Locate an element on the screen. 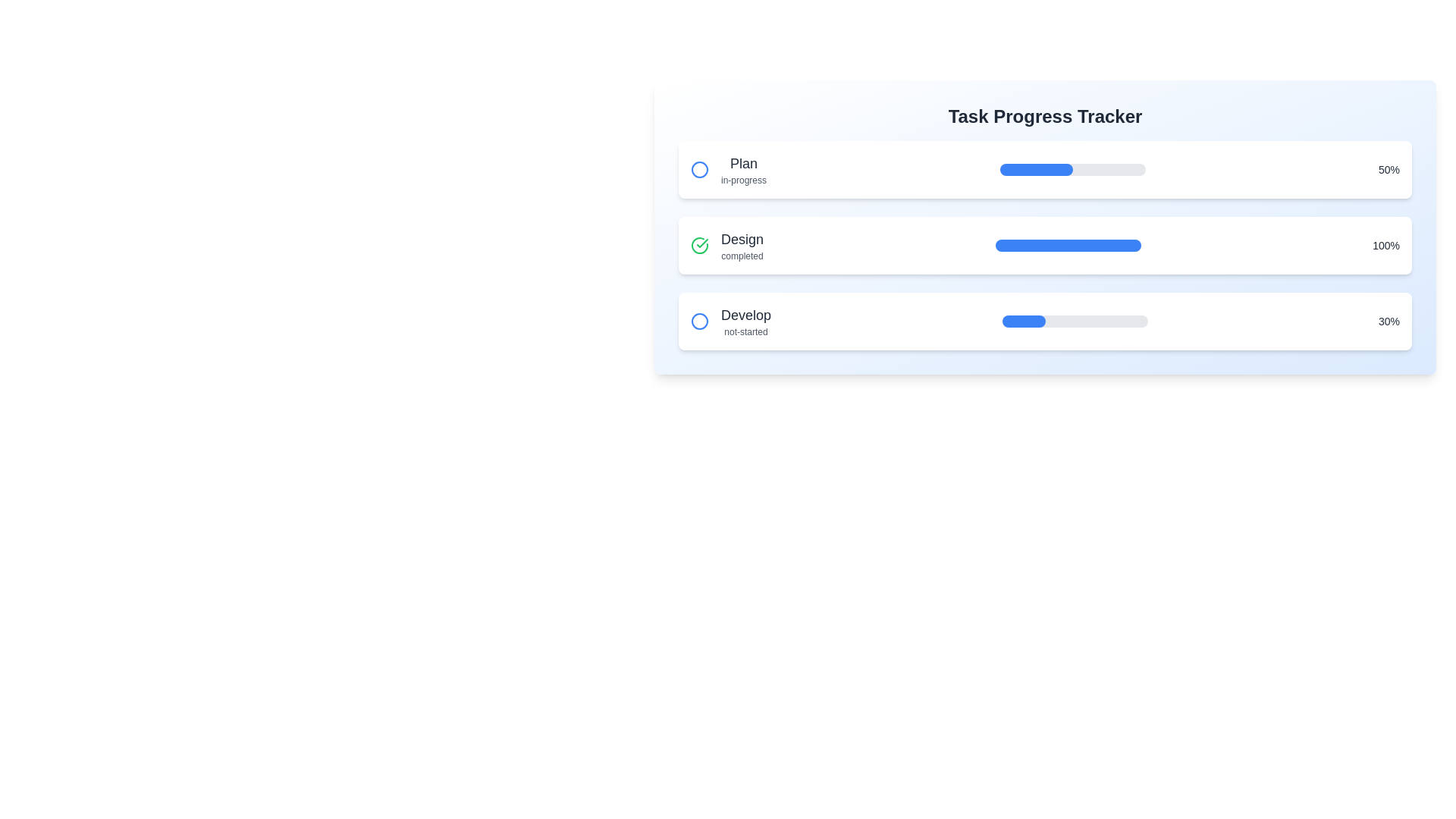 The height and width of the screenshot is (819, 1456). text from the multi-line Text Label indicating the progress status of the task 'Develop' as 'not-started', located in the lower section of the 'Task Progress Tracker' is located at coordinates (745, 321).